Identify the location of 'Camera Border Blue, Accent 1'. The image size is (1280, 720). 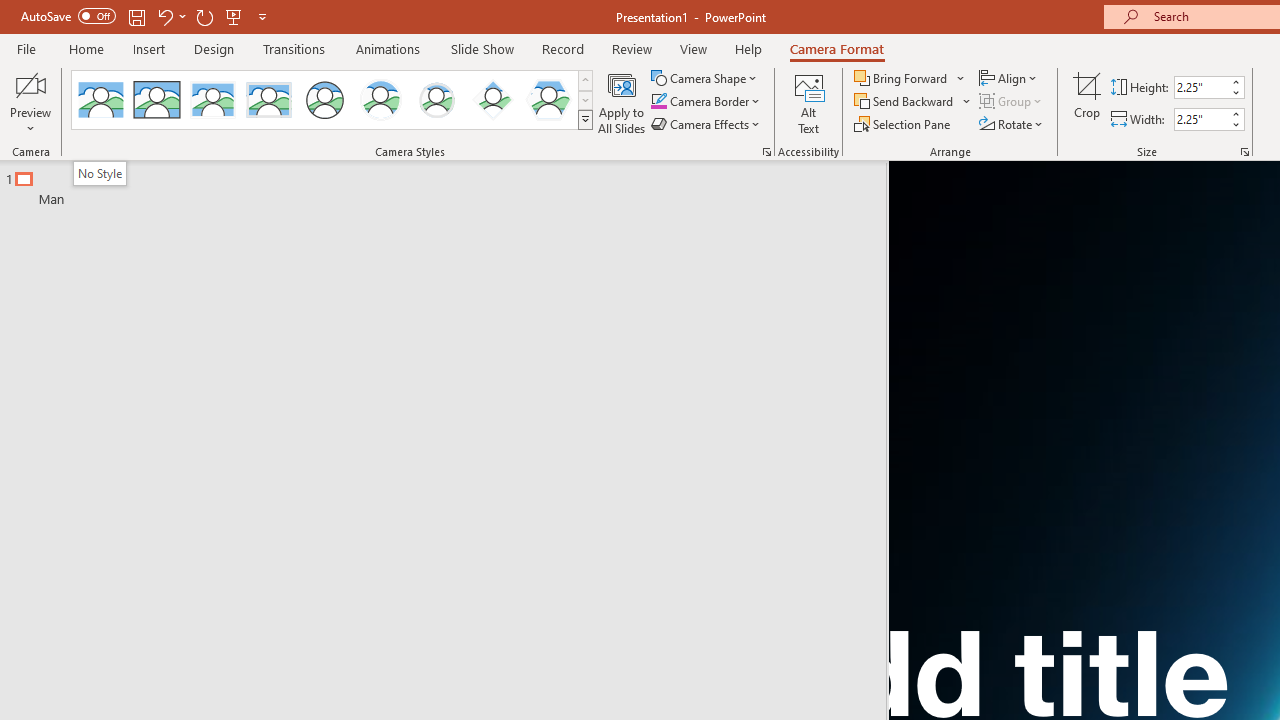
(658, 101).